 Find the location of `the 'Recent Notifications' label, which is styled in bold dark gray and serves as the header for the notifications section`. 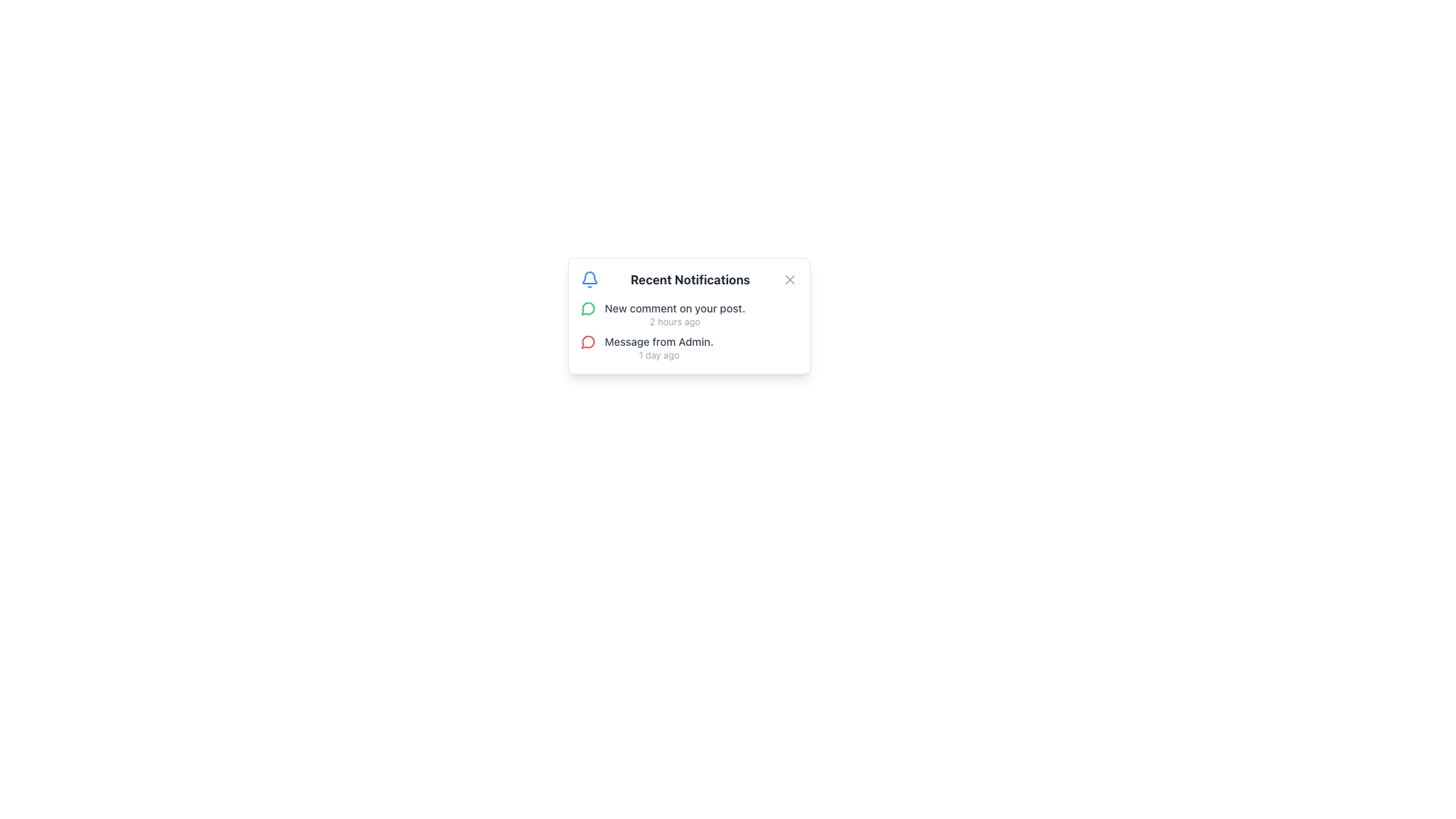

the 'Recent Notifications' label, which is styled in bold dark gray and serves as the header for the notifications section is located at coordinates (689, 280).